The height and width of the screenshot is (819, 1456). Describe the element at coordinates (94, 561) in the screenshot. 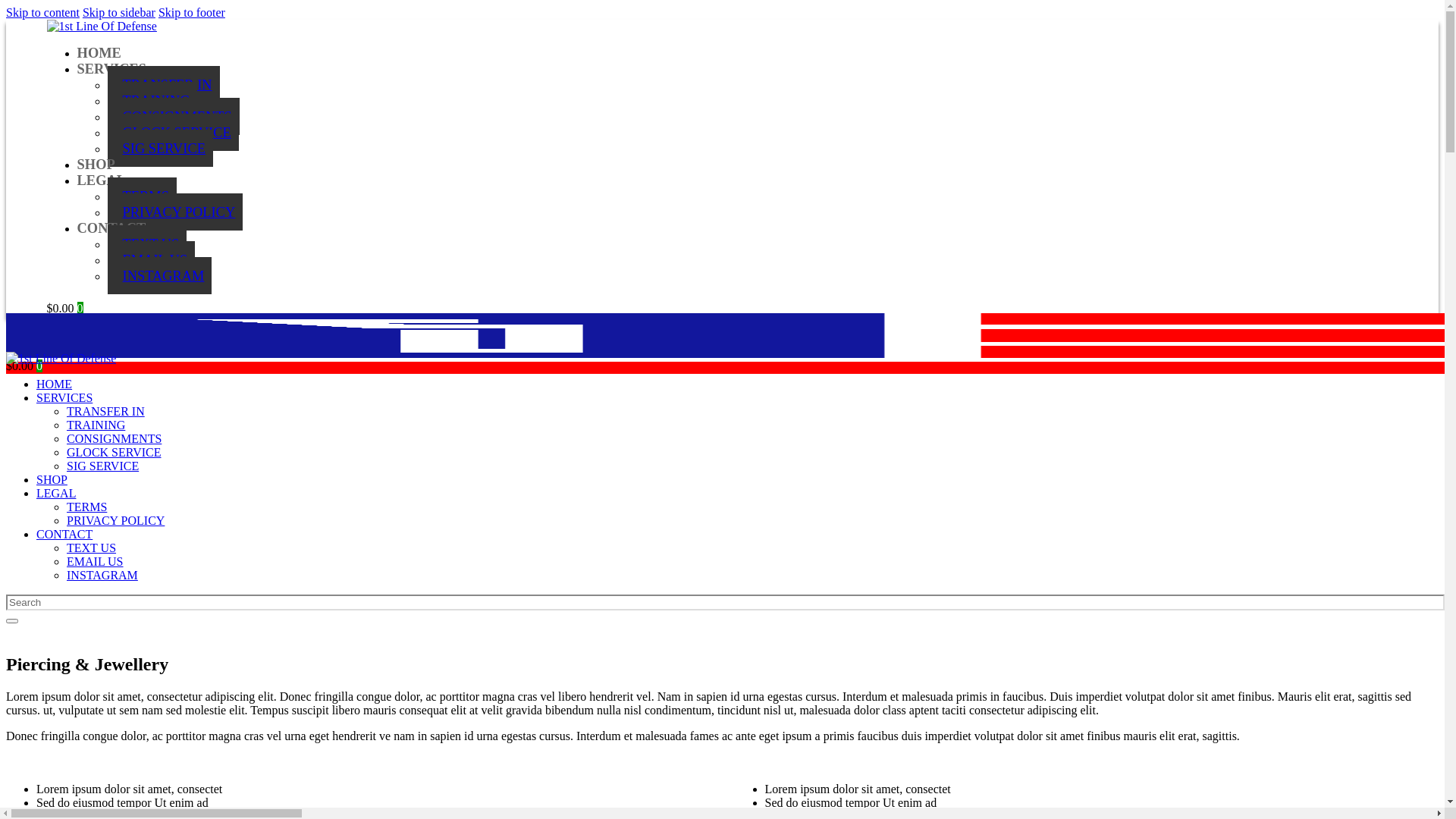

I see `'EMAIL US'` at that location.